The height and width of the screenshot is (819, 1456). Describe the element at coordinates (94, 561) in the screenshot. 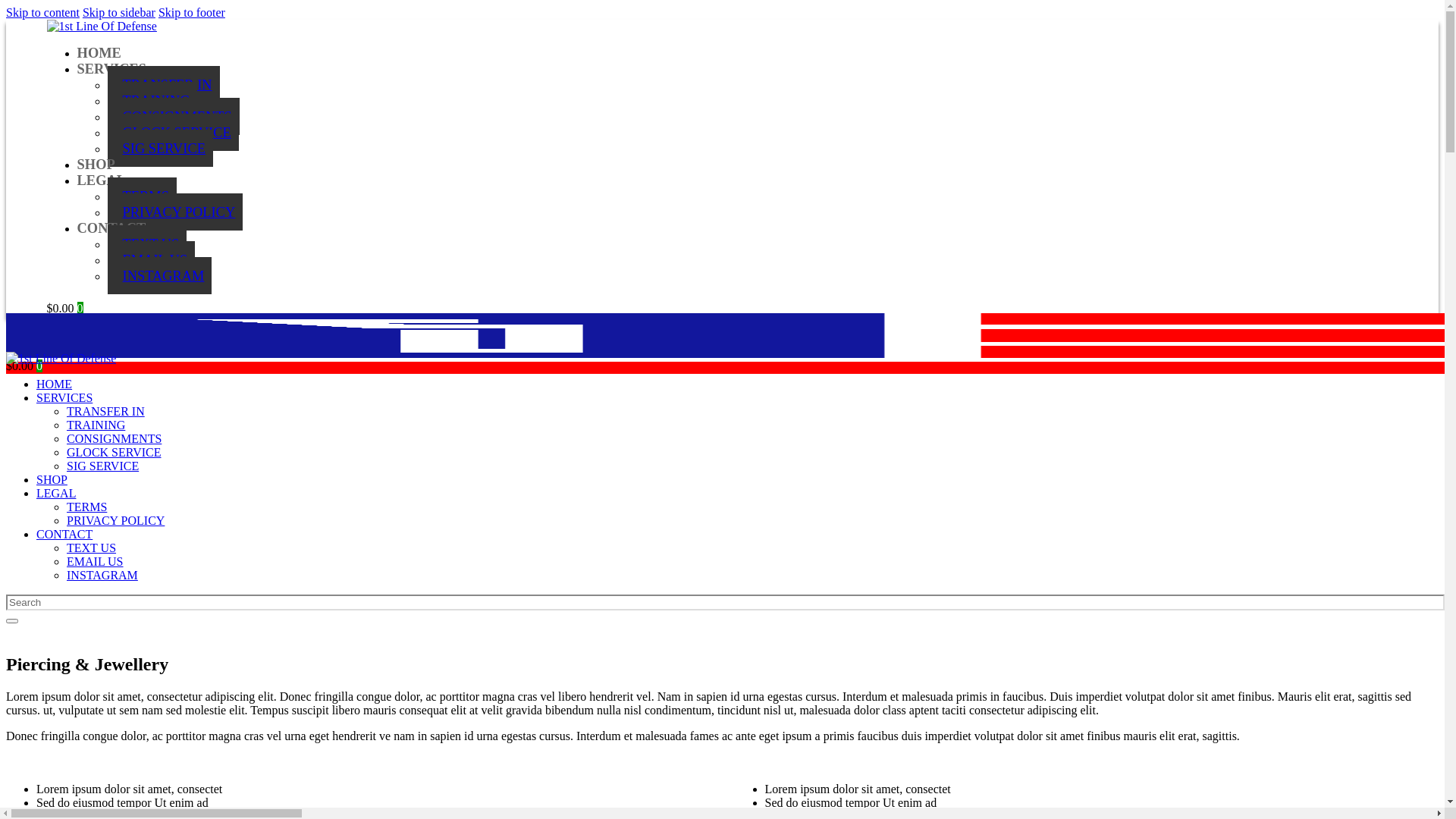

I see `'EMAIL US'` at that location.